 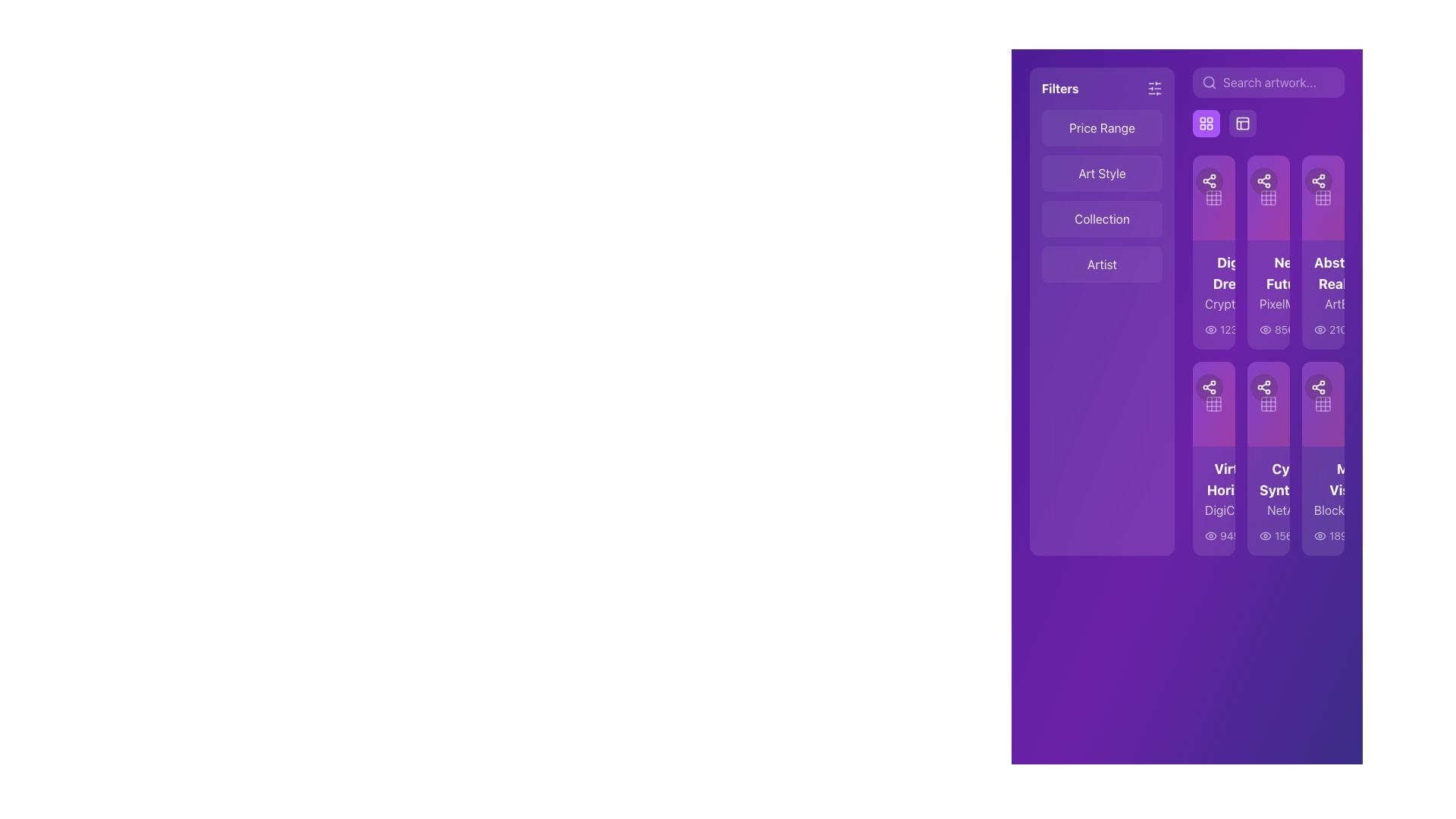 What do you see at coordinates (1342, 283) in the screenshot?
I see `the Text Label that identifies 'Abstract Realms' with the subtitle 'ArtBot', located on the third card from the top in the right section of the interface` at bounding box center [1342, 283].